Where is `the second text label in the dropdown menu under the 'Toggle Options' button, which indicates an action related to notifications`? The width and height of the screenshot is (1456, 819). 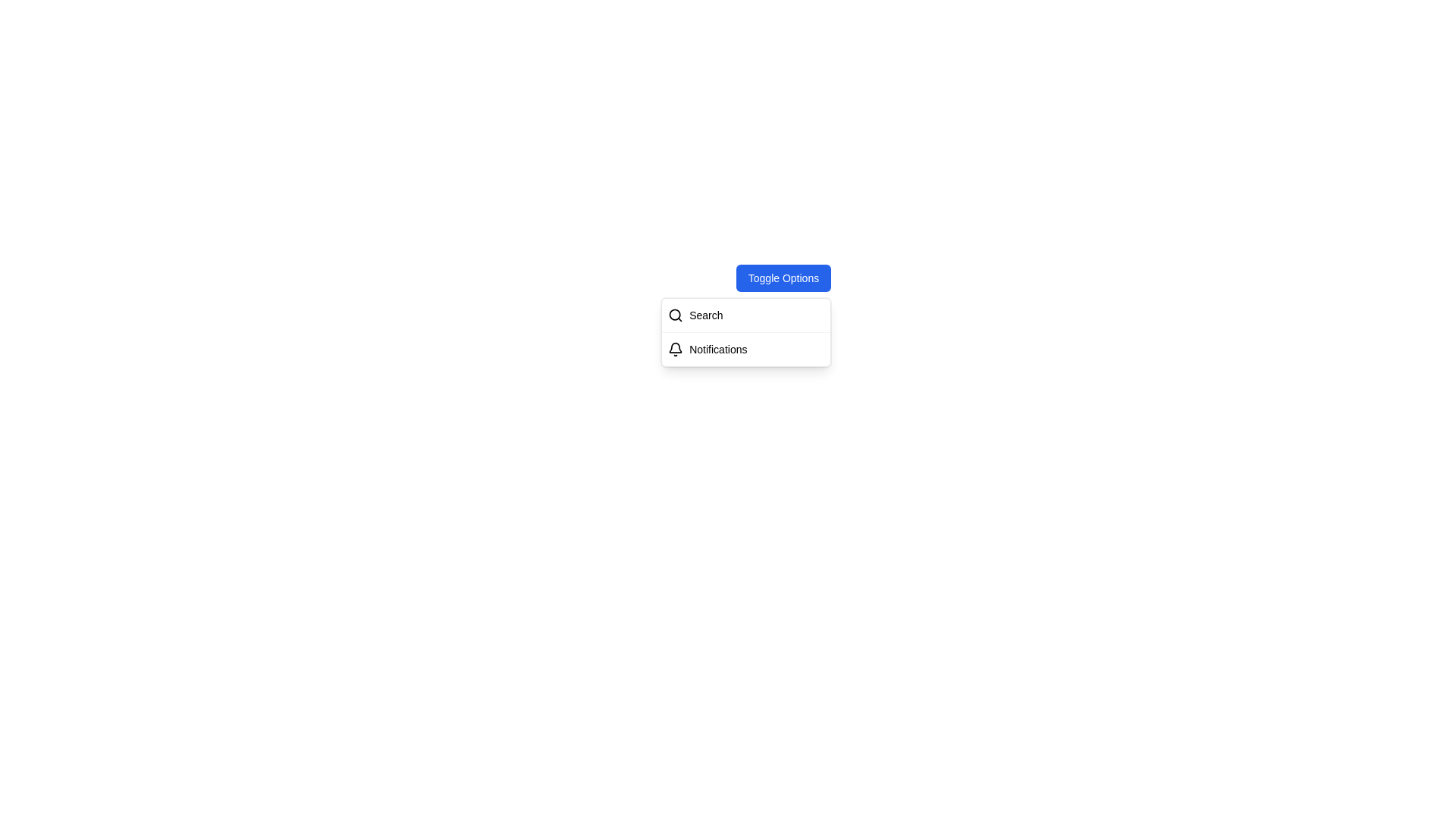
the second text label in the dropdown menu under the 'Toggle Options' button, which indicates an action related to notifications is located at coordinates (717, 350).